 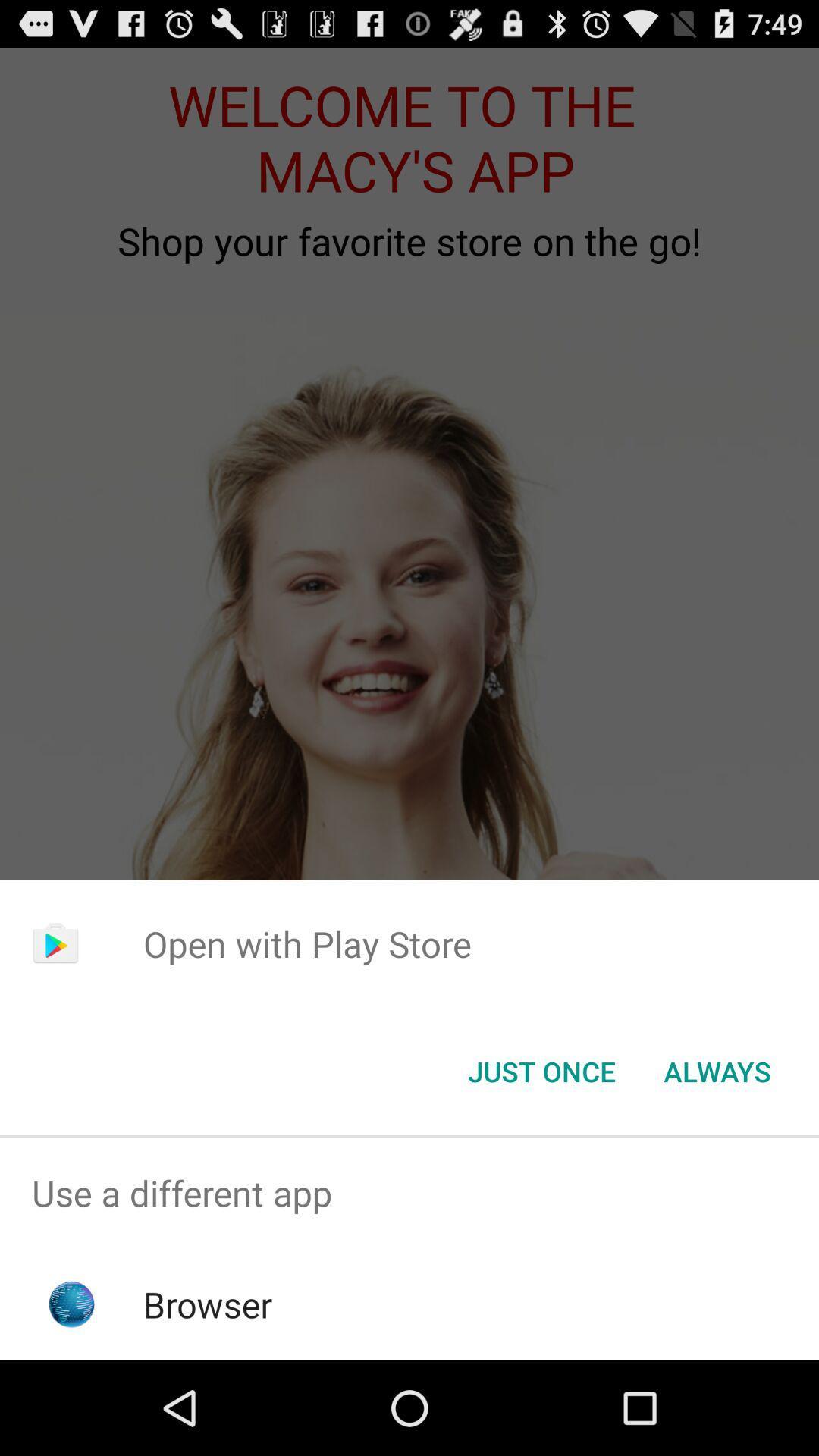 What do you see at coordinates (541, 1070) in the screenshot?
I see `just once icon` at bounding box center [541, 1070].